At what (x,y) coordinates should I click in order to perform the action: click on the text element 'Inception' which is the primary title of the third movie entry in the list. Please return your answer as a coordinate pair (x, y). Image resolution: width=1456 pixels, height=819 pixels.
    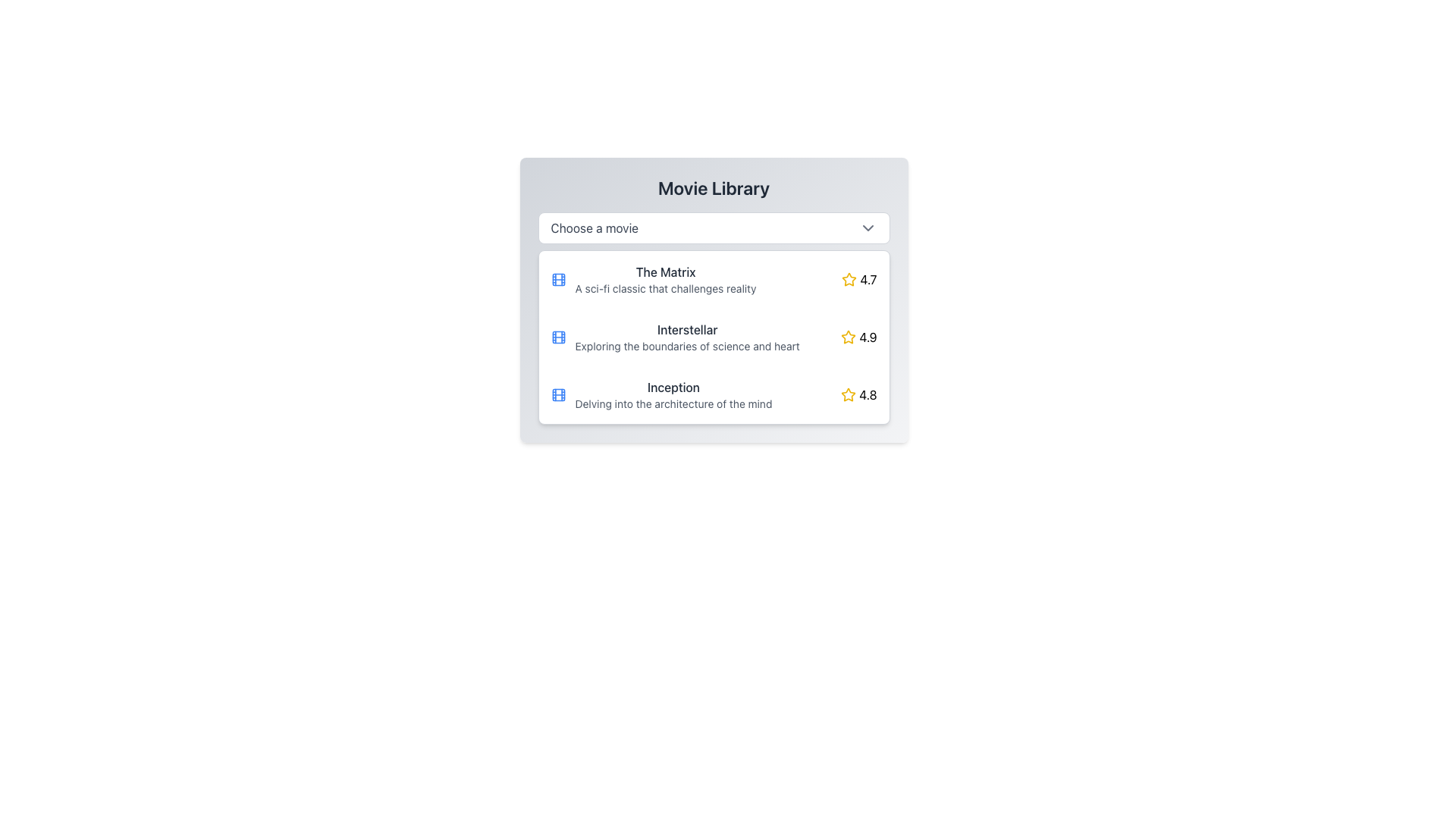
    Looking at the image, I should click on (673, 386).